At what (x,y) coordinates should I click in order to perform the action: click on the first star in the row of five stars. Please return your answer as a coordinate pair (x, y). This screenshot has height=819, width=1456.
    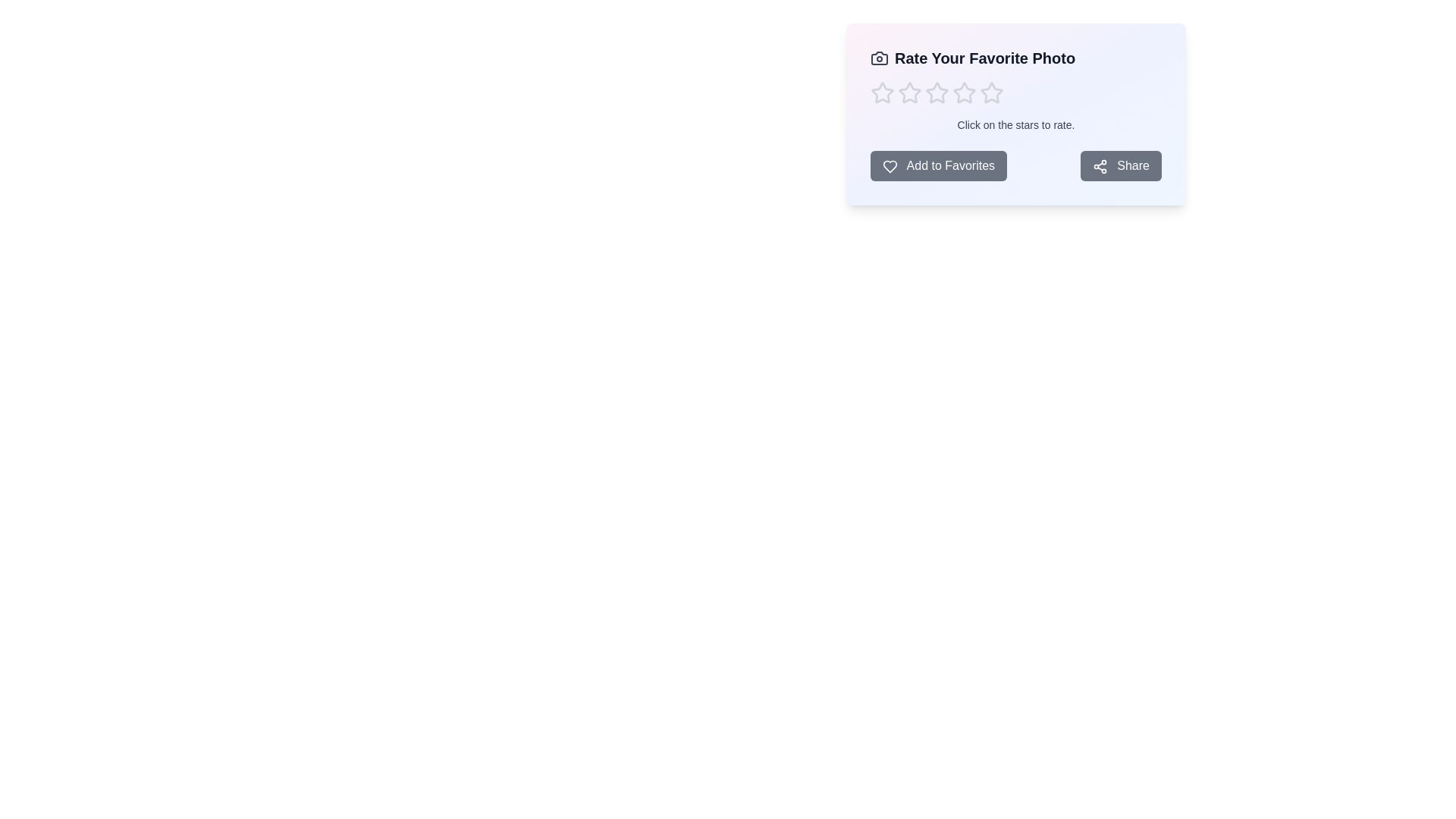
    Looking at the image, I should click on (909, 93).